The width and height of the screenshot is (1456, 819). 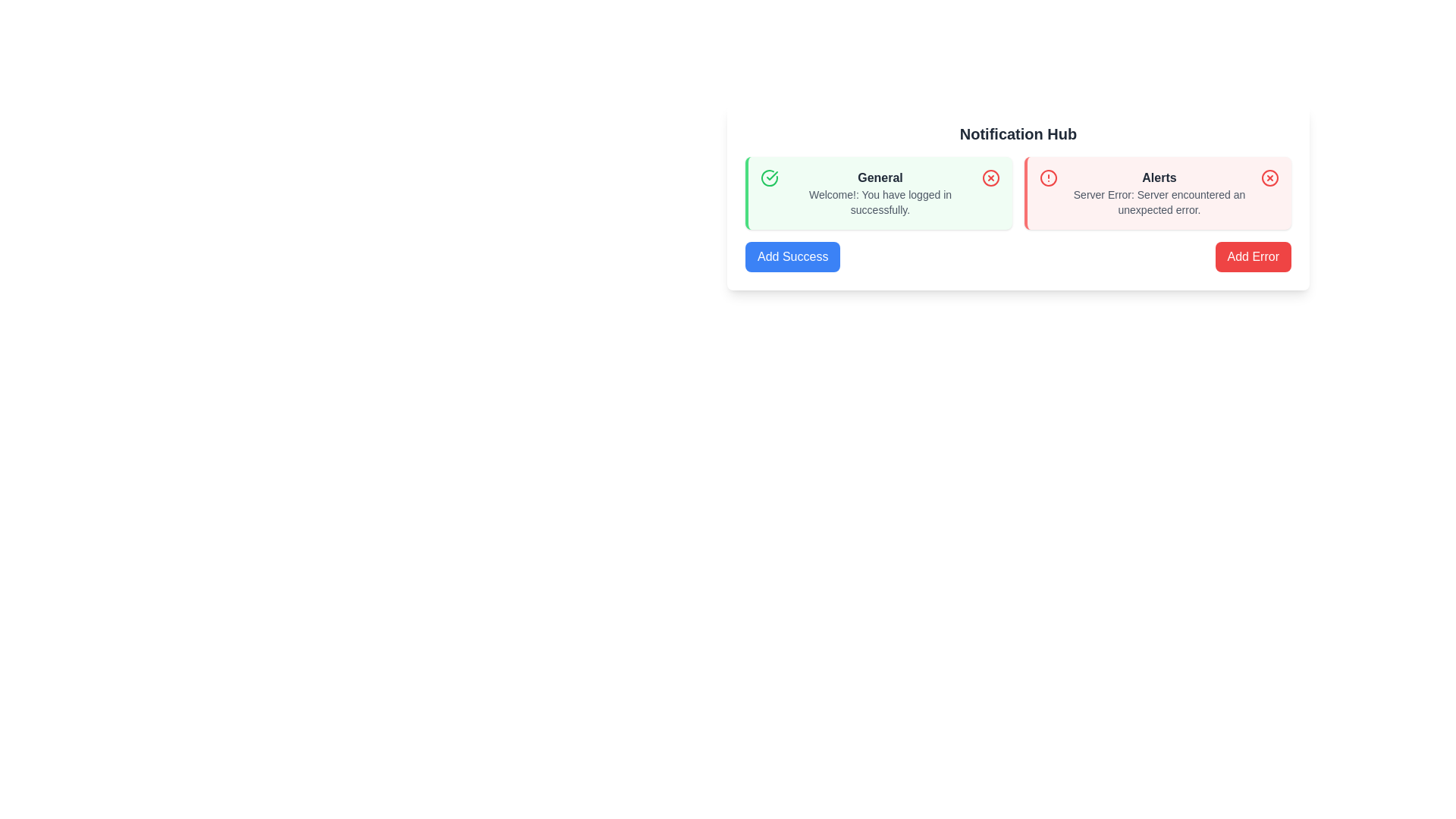 What do you see at coordinates (792, 256) in the screenshot?
I see `the action button located at the bottom-left corner of the 'Notification Hub' section` at bounding box center [792, 256].